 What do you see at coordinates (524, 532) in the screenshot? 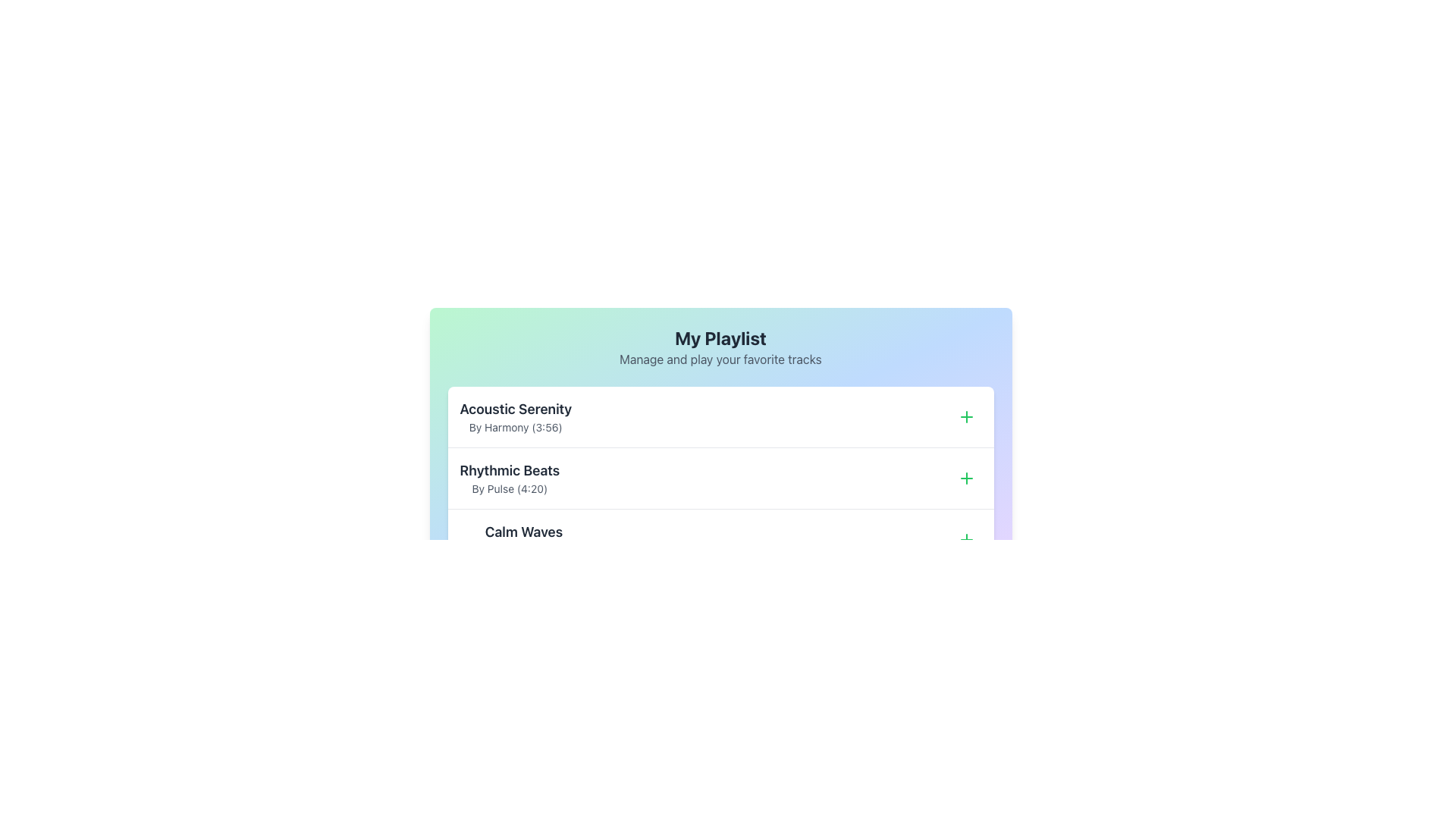
I see `the 'Calm Waves' text label, which serves as the title of the third track in the playlist` at bounding box center [524, 532].